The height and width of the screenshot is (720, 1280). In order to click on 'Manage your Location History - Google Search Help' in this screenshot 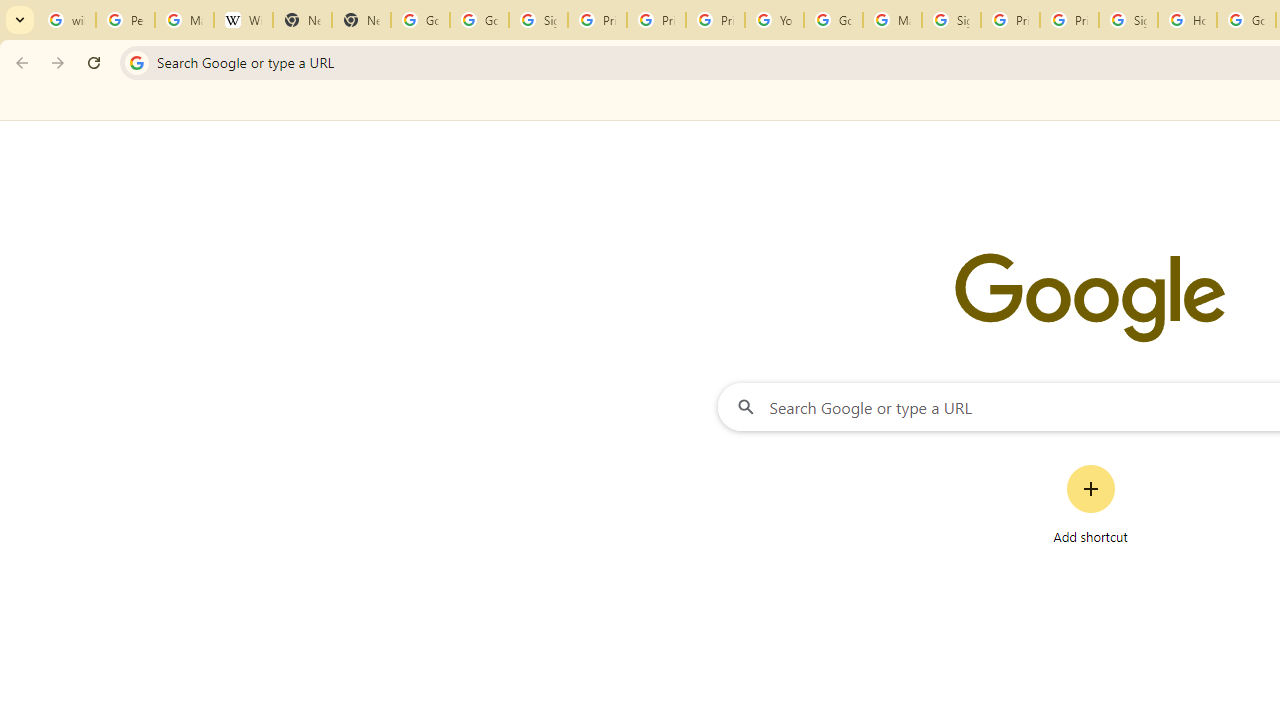, I will do `click(184, 20)`.